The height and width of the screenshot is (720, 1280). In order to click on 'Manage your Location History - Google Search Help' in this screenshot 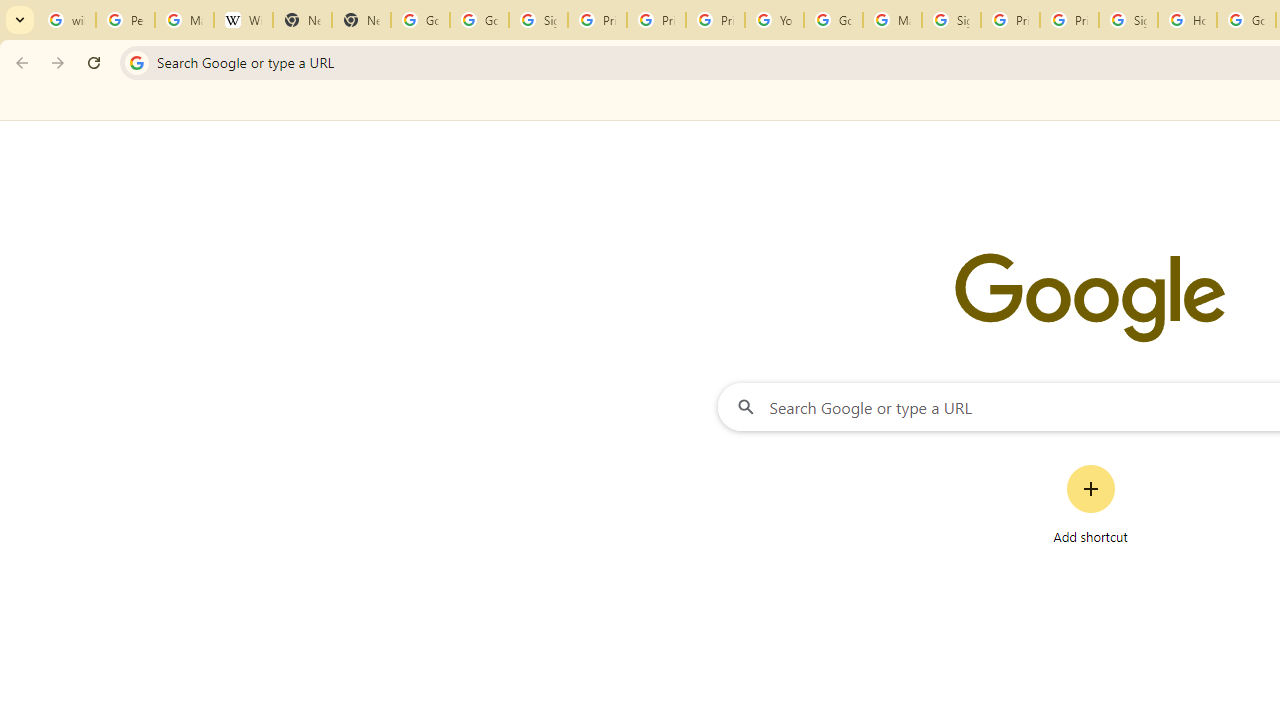, I will do `click(184, 20)`.